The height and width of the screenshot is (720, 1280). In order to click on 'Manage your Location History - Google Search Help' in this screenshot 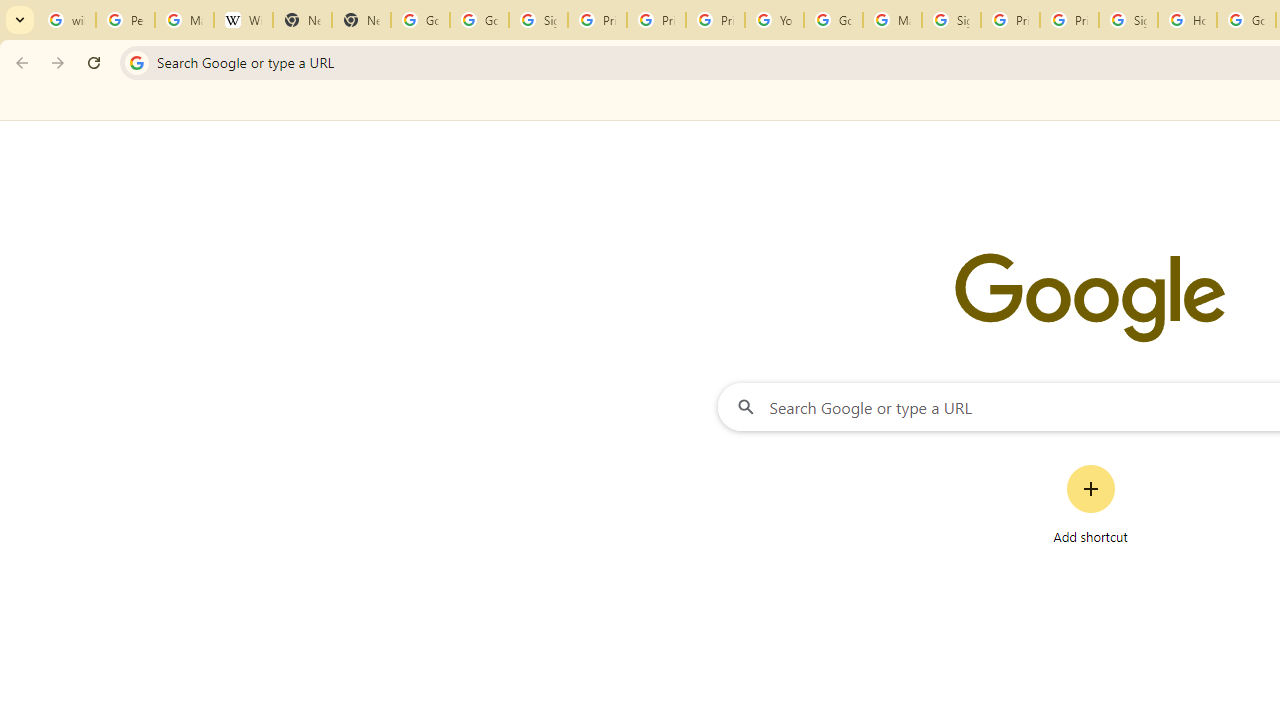, I will do `click(184, 20)`.